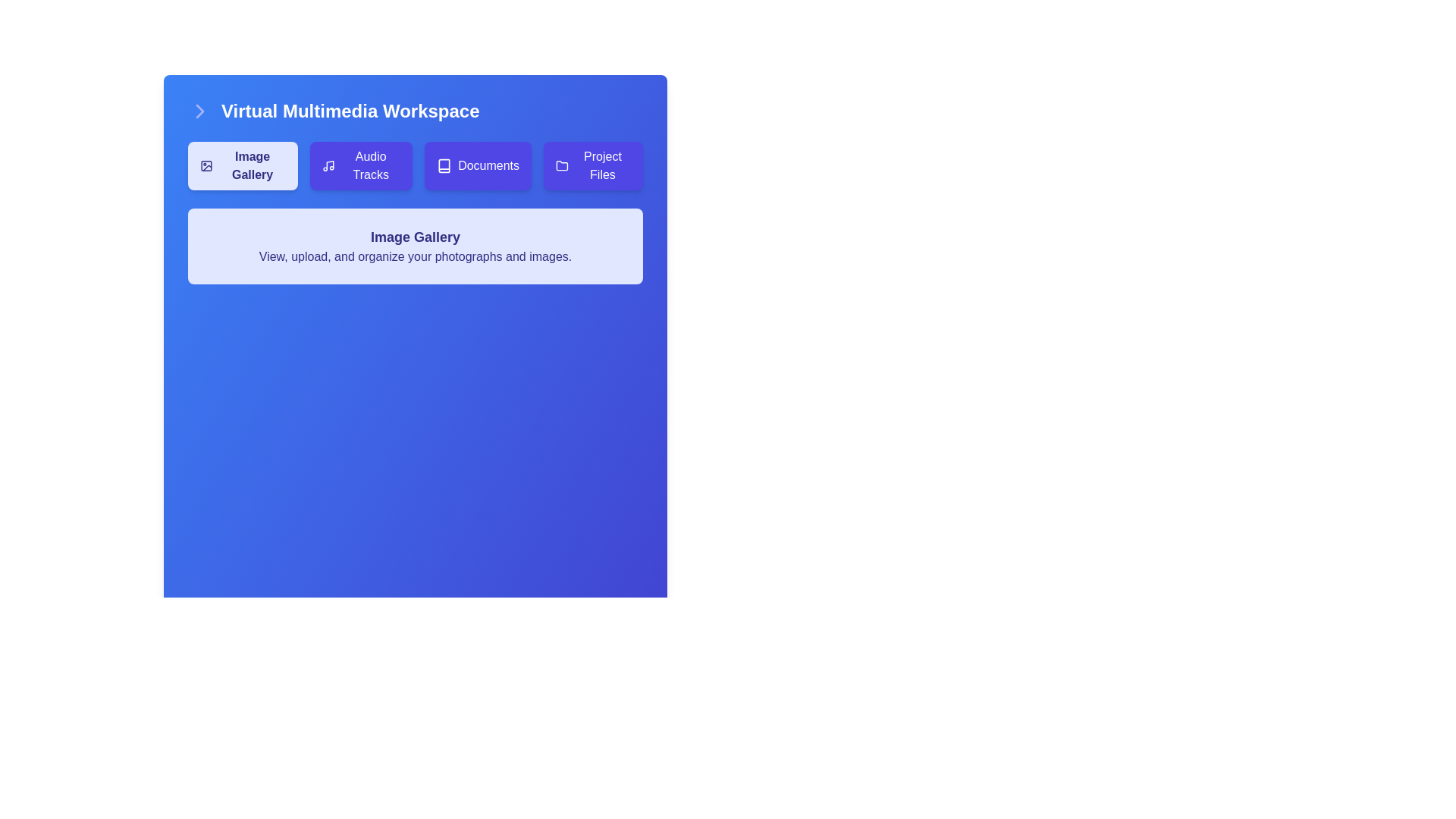 This screenshot has height=819, width=1456. What do you see at coordinates (415, 110) in the screenshot?
I see `the heading titled 'Virtual Multimedia Workspace', which is a bold, large font text located at the top of the panel and is centrally aligned with a small right-pointing chevron icon to its left` at bounding box center [415, 110].